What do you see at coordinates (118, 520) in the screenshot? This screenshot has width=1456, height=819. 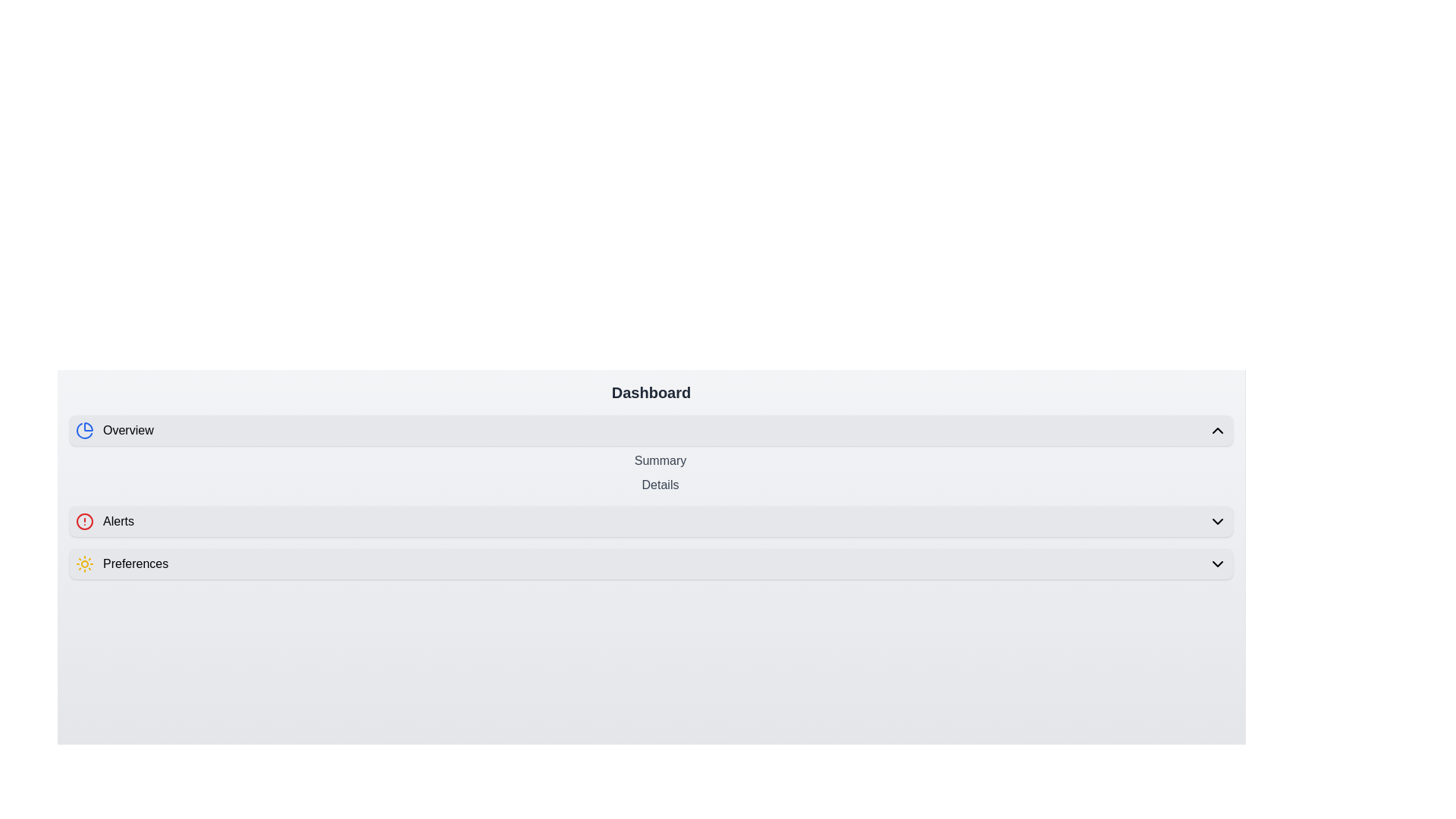 I see `the 'Alerts' label, which is the second item in the vertical options list, styled with medium-weight font and located next to a red circular alert icon` at bounding box center [118, 520].